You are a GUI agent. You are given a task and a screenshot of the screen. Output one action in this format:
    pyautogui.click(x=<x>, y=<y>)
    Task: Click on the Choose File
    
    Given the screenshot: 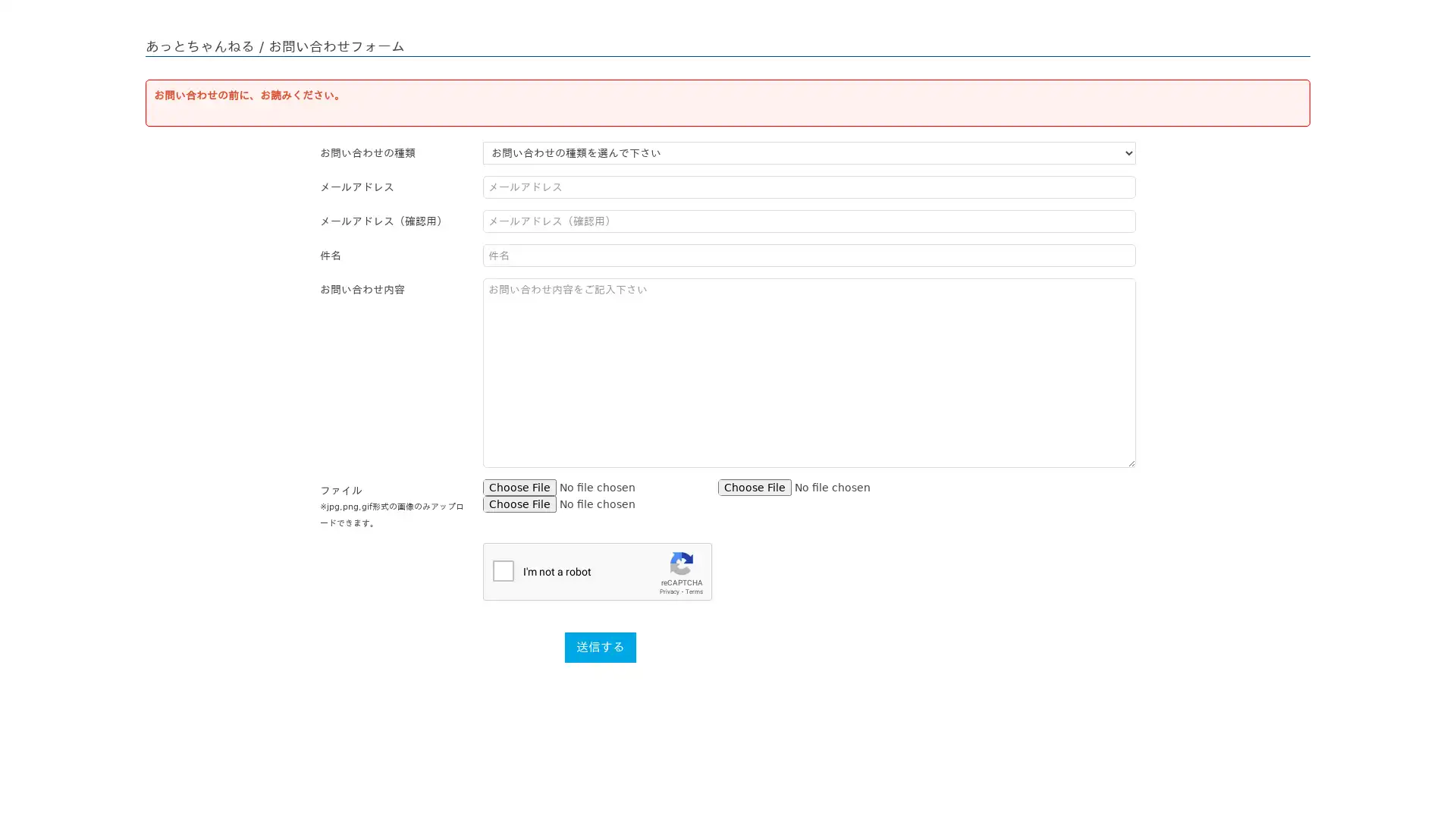 What is the action you would take?
    pyautogui.click(x=755, y=488)
    